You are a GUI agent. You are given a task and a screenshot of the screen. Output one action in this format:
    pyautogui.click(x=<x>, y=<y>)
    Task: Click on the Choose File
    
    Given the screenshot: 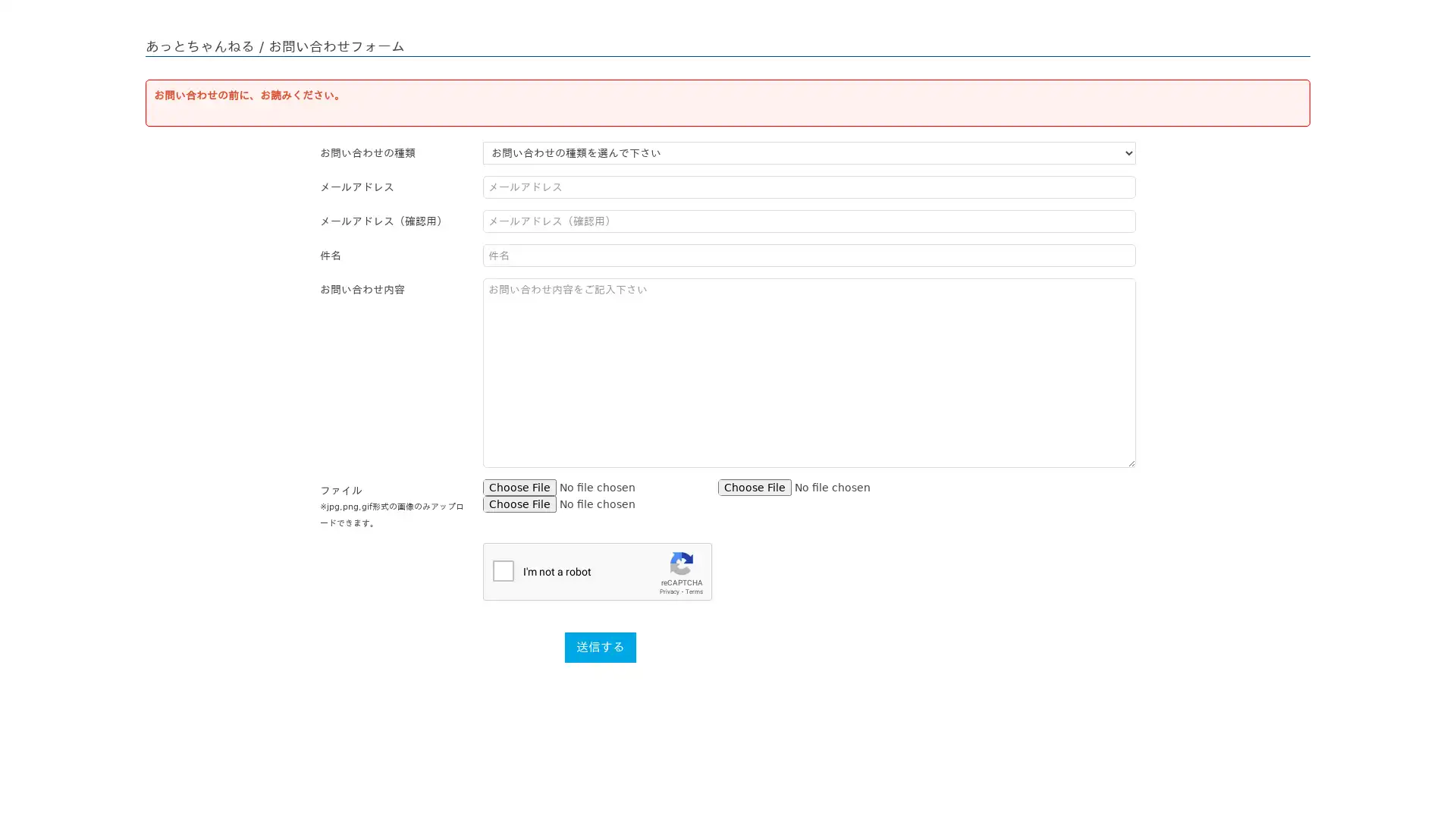 What is the action you would take?
    pyautogui.click(x=755, y=488)
    